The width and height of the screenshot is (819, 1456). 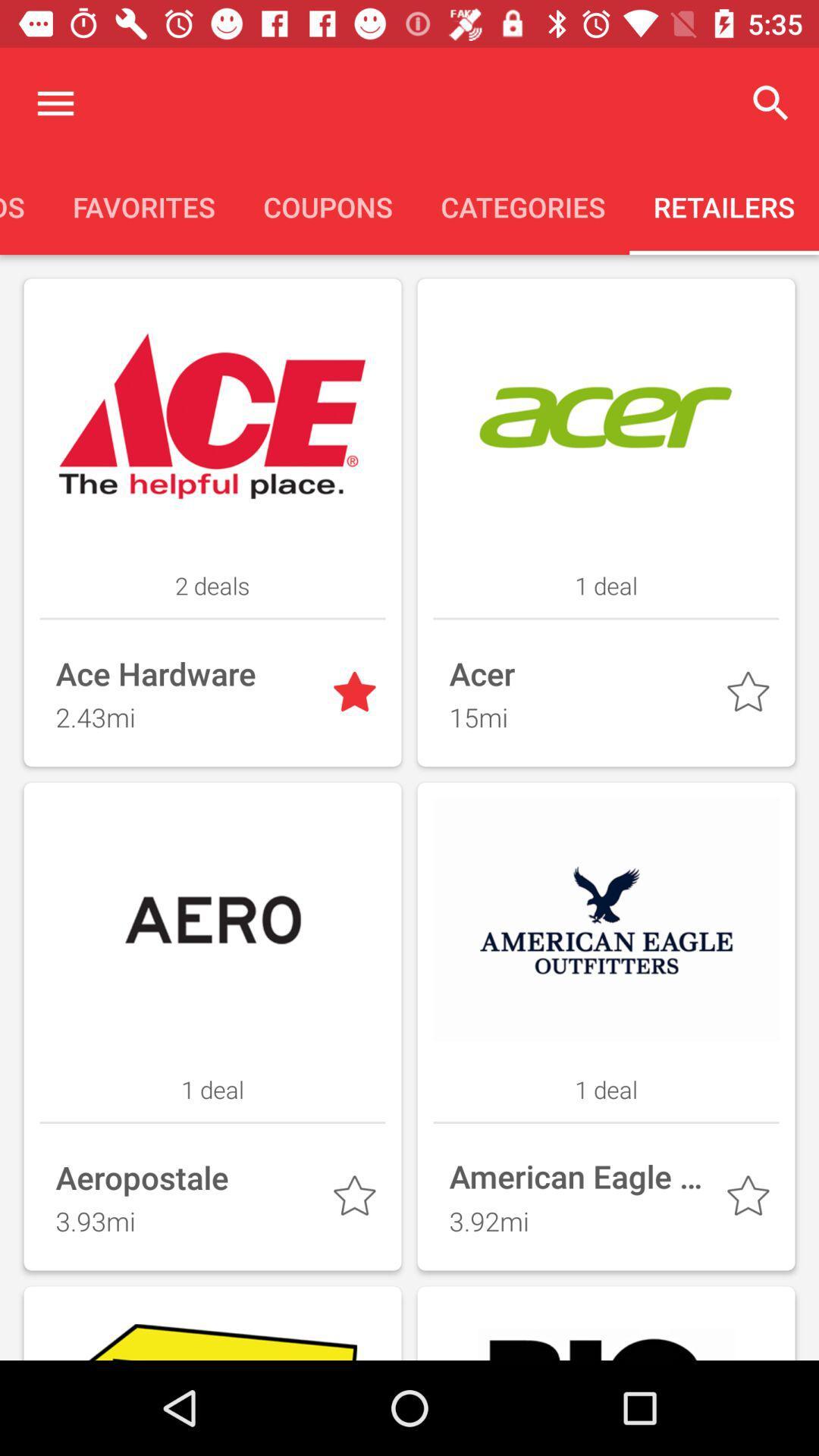 I want to click on this, so click(x=357, y=1198).